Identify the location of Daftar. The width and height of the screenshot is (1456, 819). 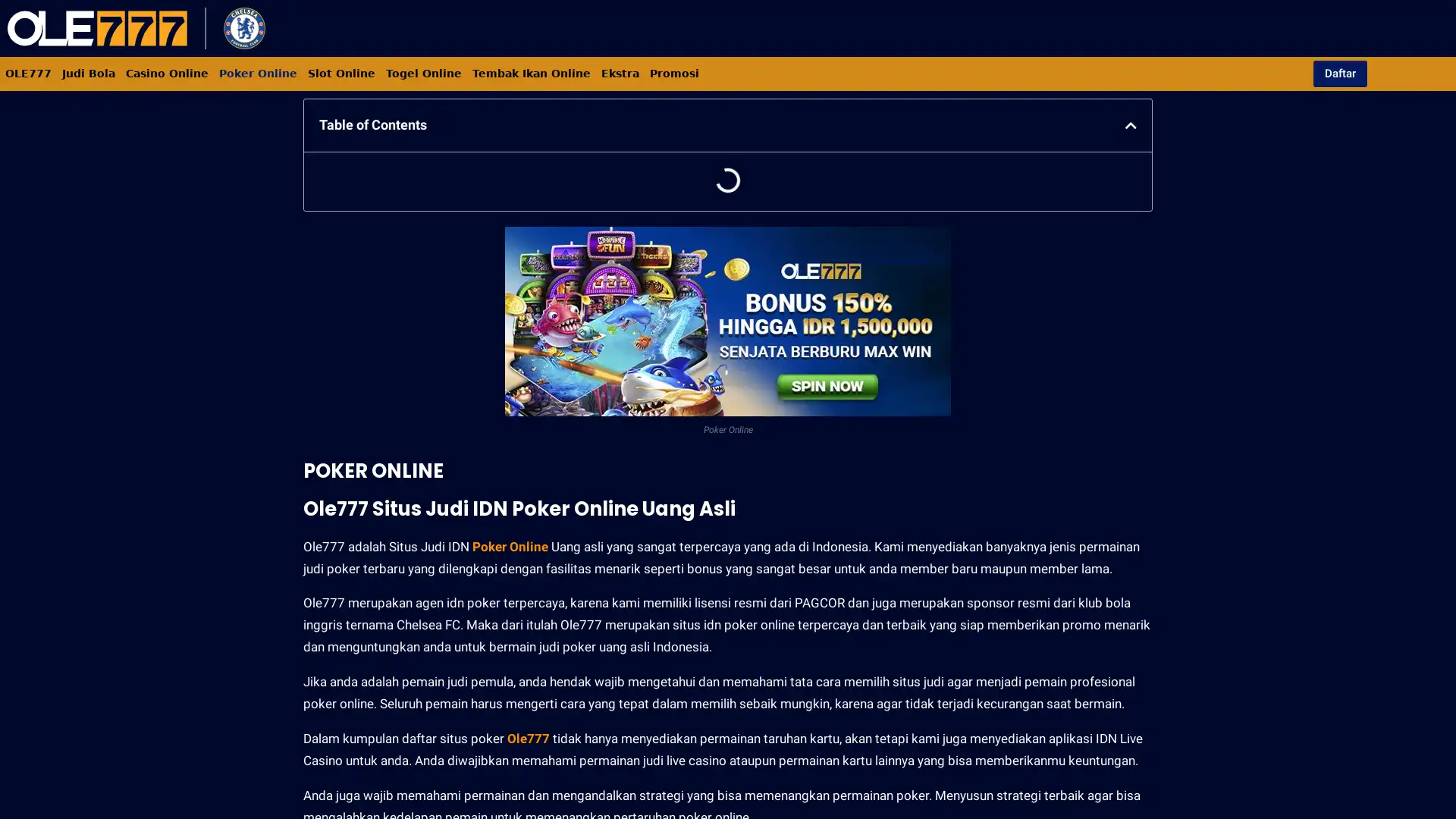
(1339, 73).